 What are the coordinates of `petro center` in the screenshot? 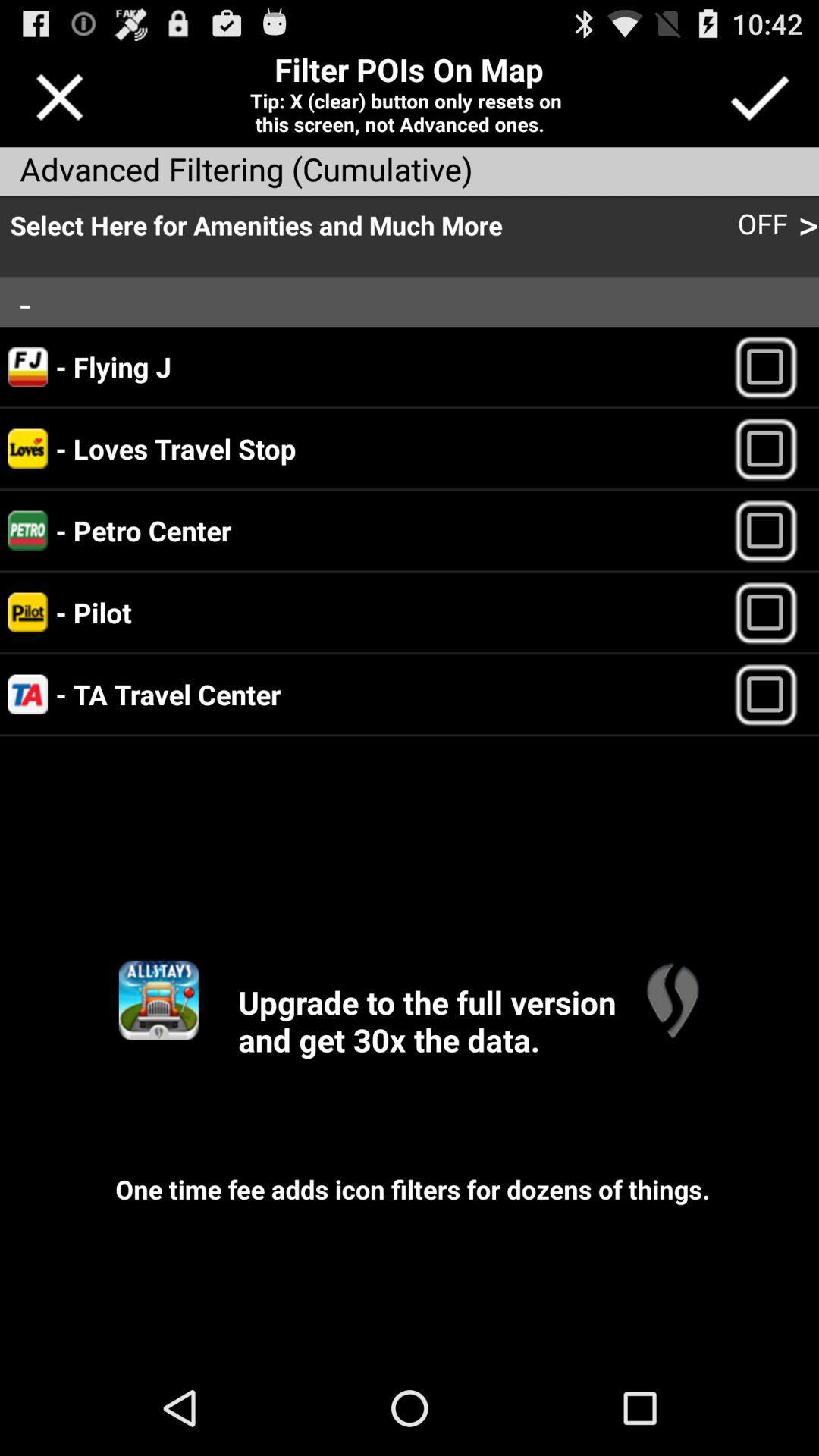 It's located at (773, 530).